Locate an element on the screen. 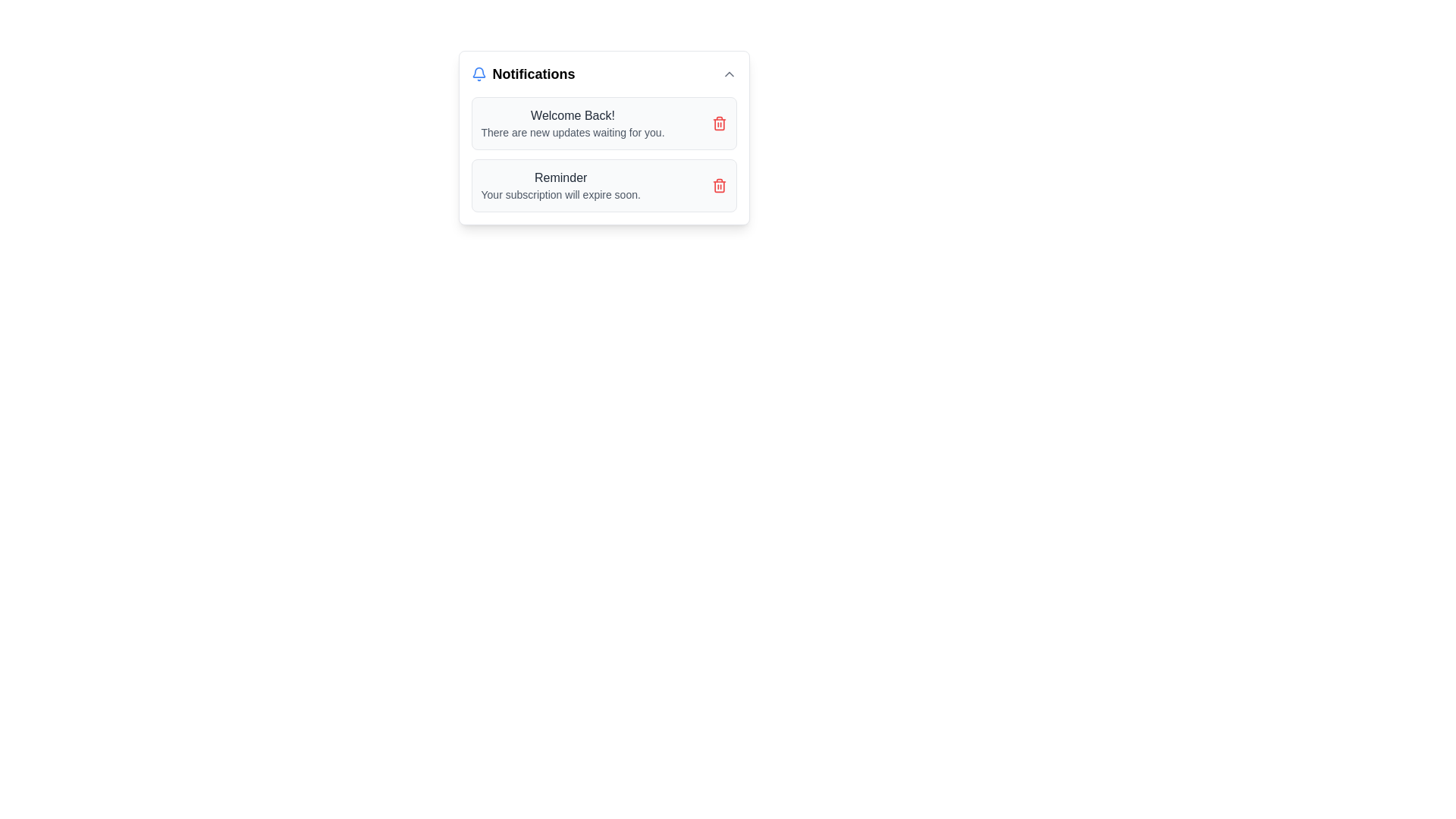 The height and width of the screenshot is (819, 1456). displayed text of the Text Label that serves as a section header for the notifications, located at the top of the notification panel is located at coordinates (534, 74).